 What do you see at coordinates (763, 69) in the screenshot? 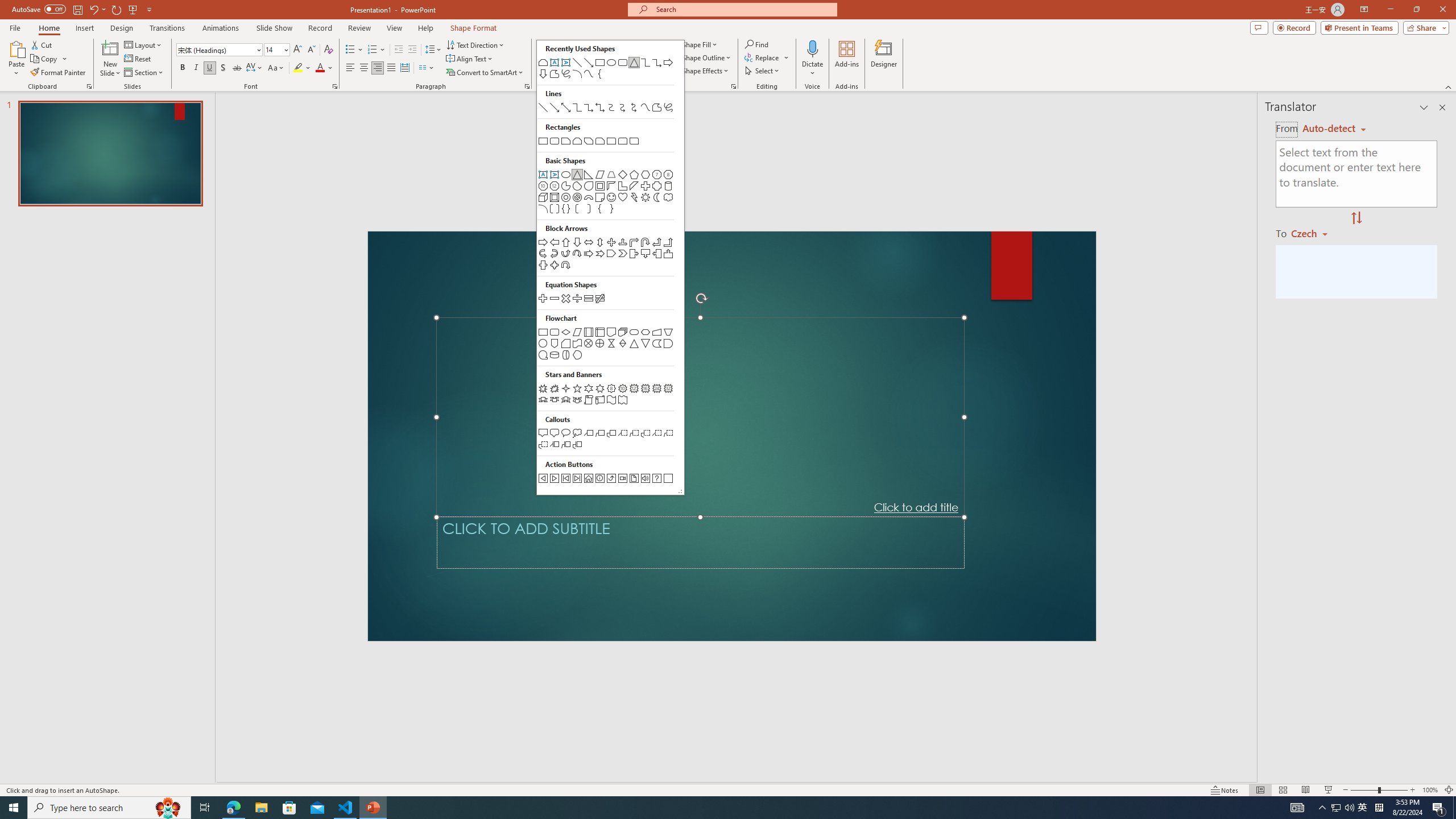
I see `'Select'` at bounding box center [763, 69].